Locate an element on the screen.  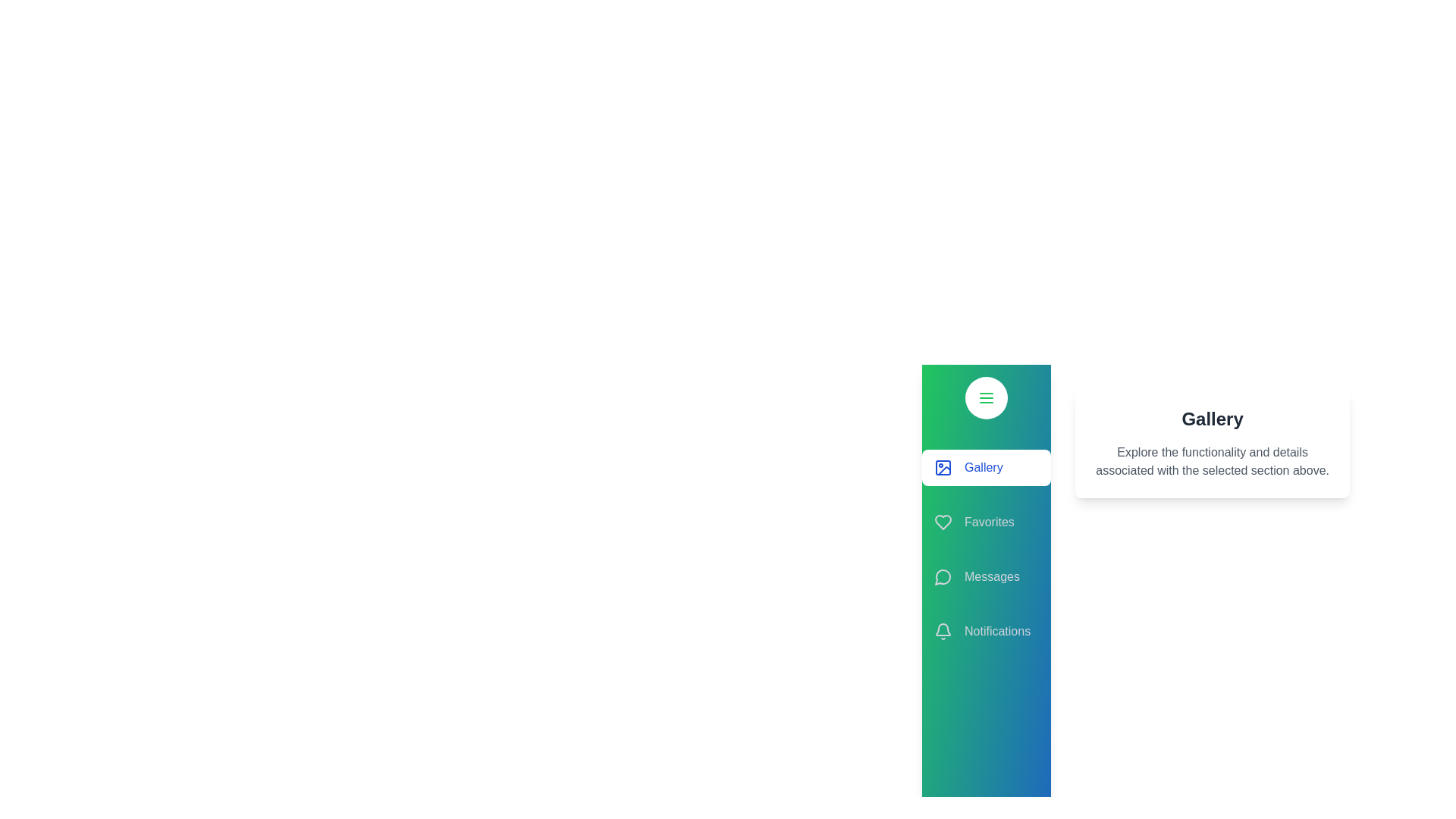
the section Messages in the EnhancedDrawer component is located at coordinates (986, 576).